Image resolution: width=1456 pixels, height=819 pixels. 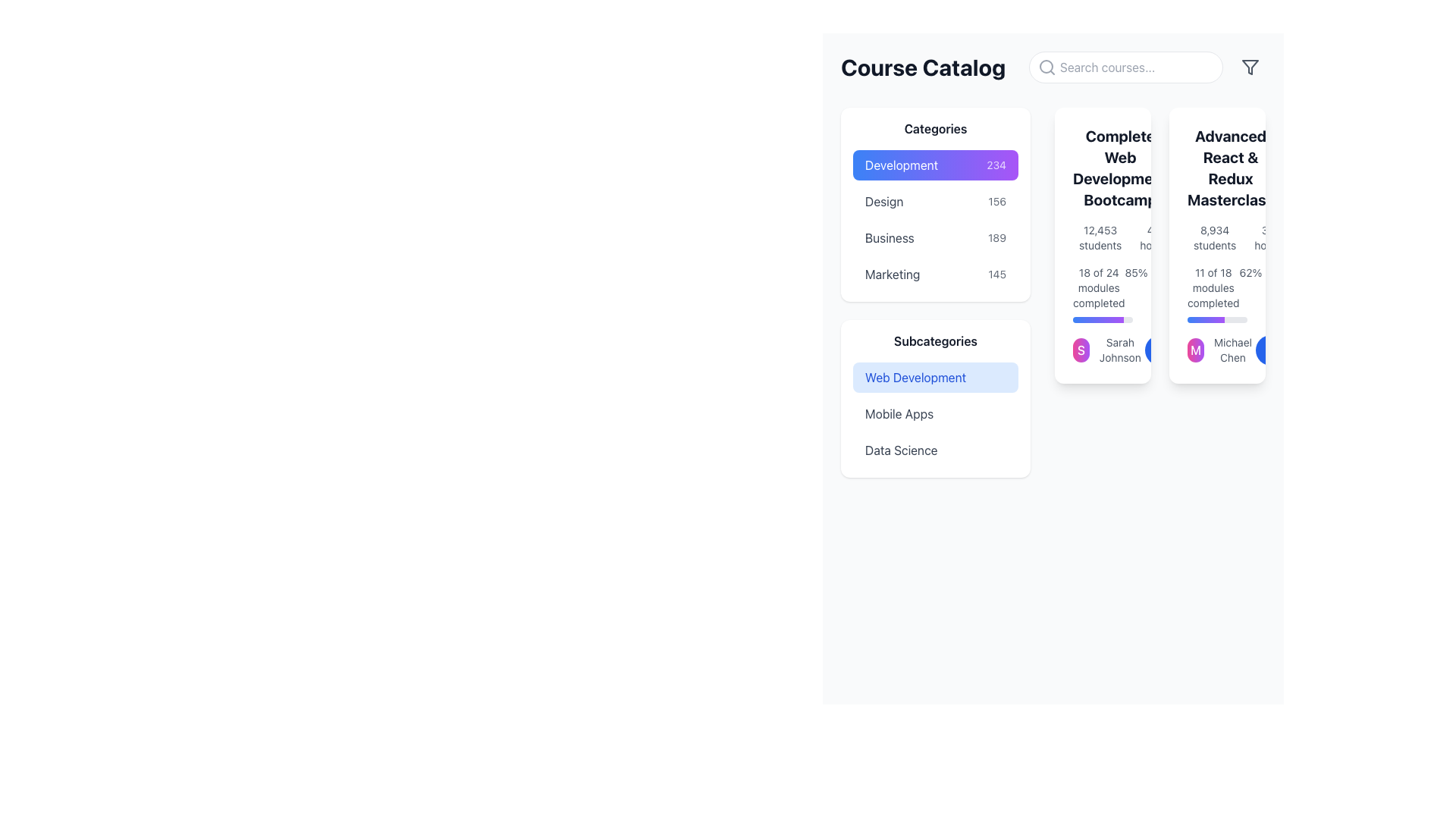 I want to click on the text label element displaying the word 'Design', which is the second item in the vertical list under the 'Categories' header, so click(x=884, y=201).